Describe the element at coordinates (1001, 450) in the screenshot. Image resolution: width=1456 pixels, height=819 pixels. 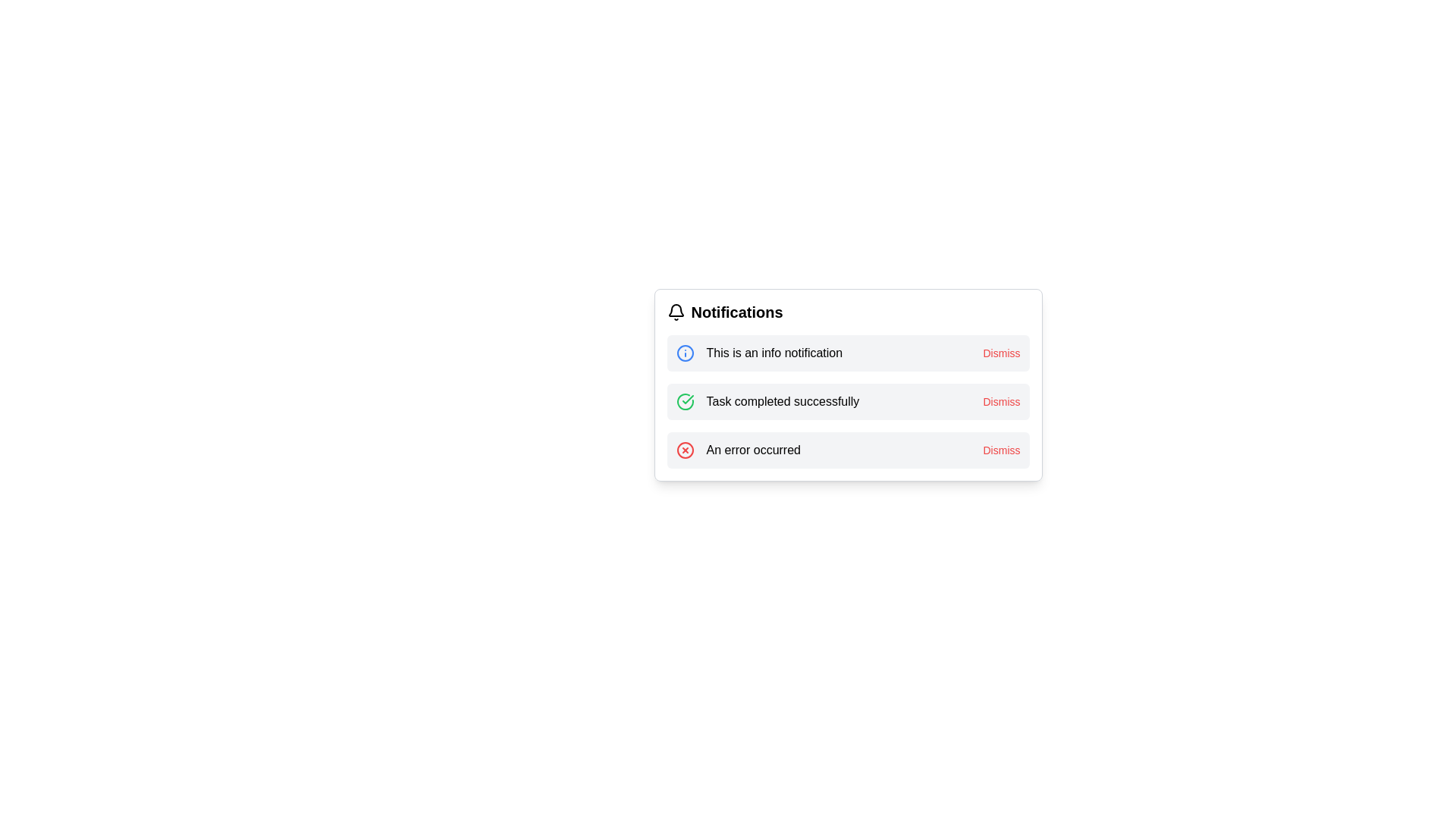
I see `the 'Dismiss' link styled as a text-based button, located at the far right of the notification bar containing the error message 'An error occurred'` at that location.